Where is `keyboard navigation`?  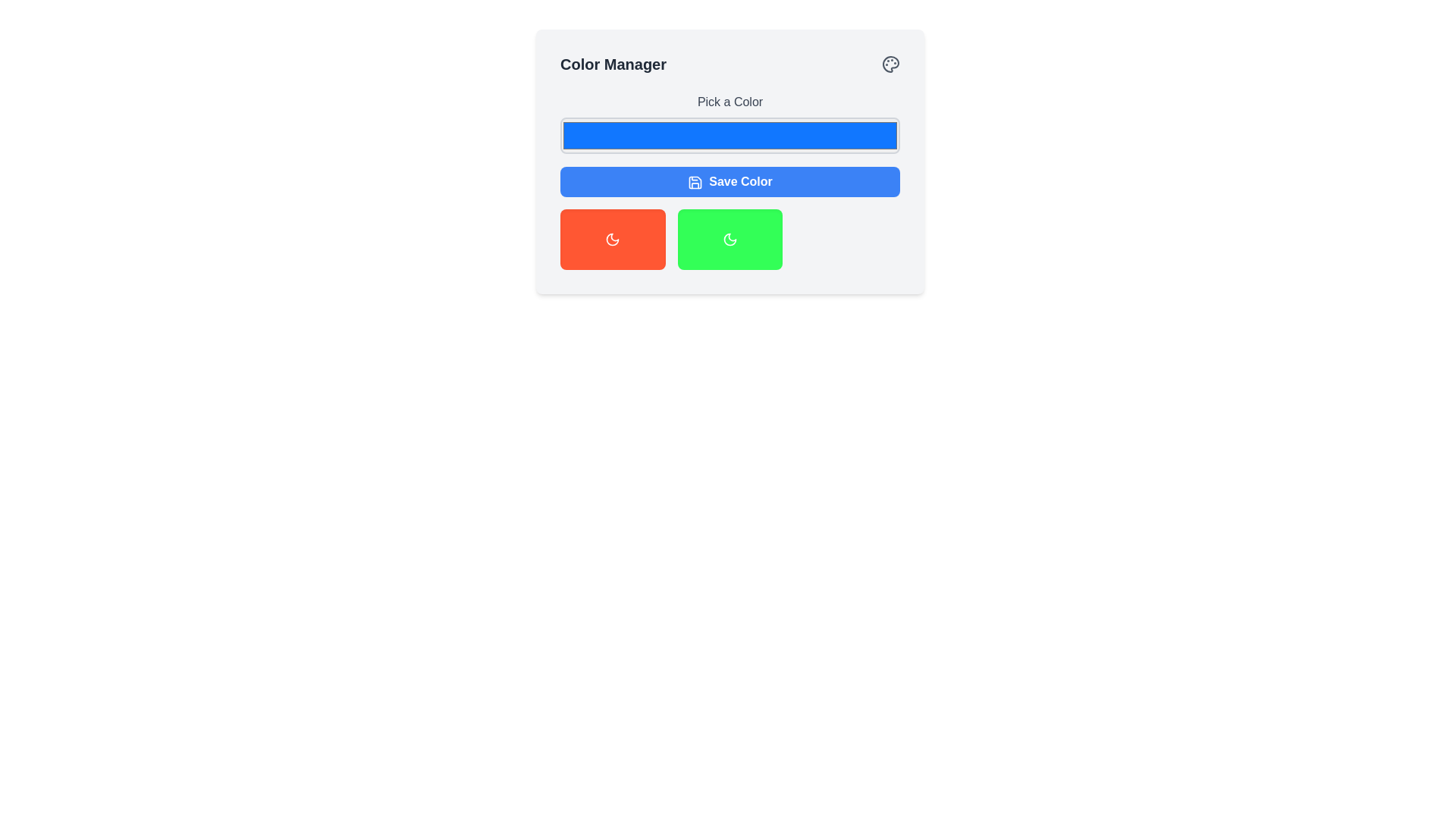
keyboard navigation is located at coordinates (730, 180).